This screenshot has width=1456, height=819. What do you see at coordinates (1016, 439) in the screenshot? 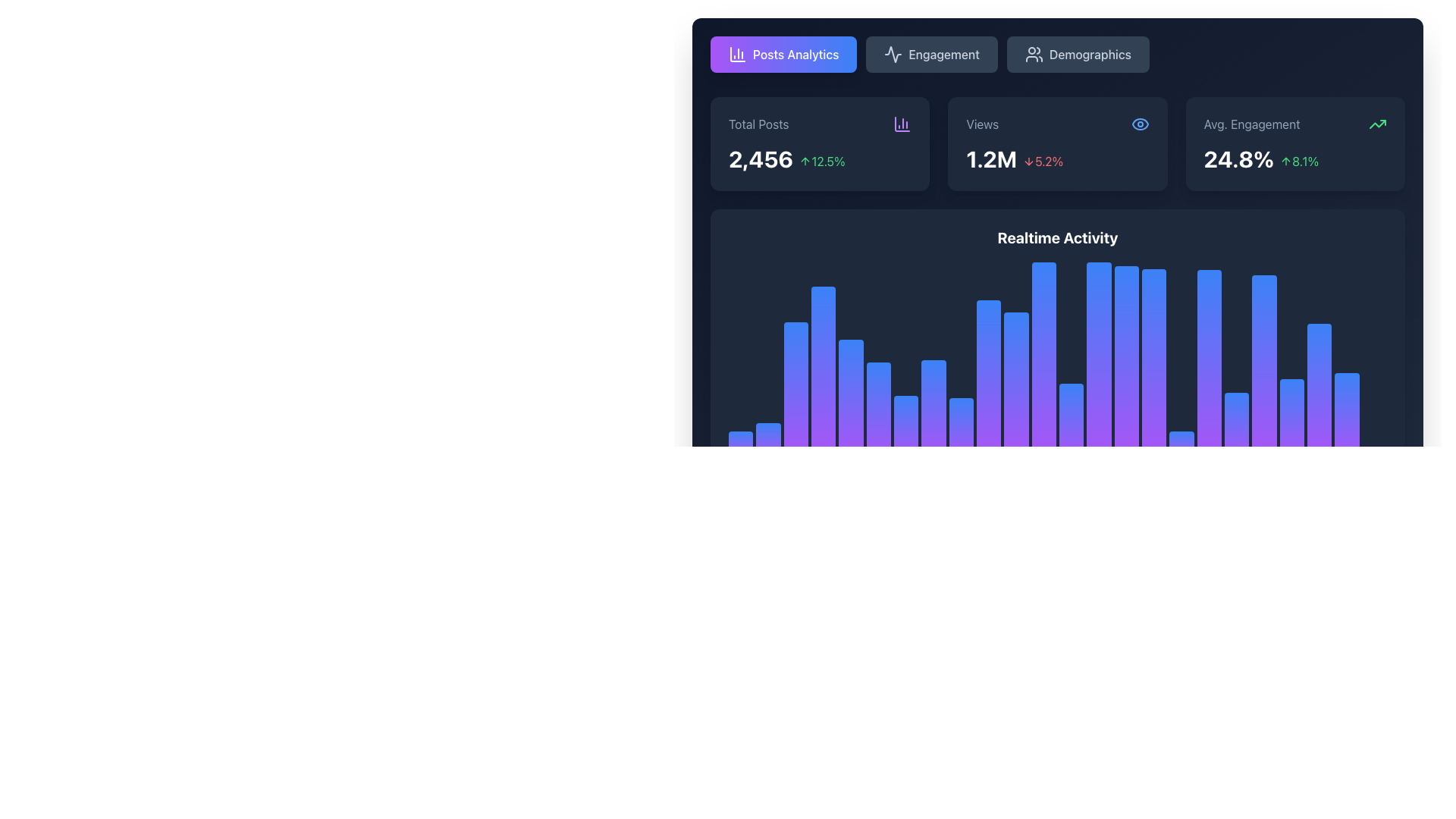
I see `the eleventh bar in the 'Realtime Activity' section of the bar chart, which is a vertically-oriented bar with a gradient color from blue to purple and rounded corners at the top` at bounding box center [1016, 439].